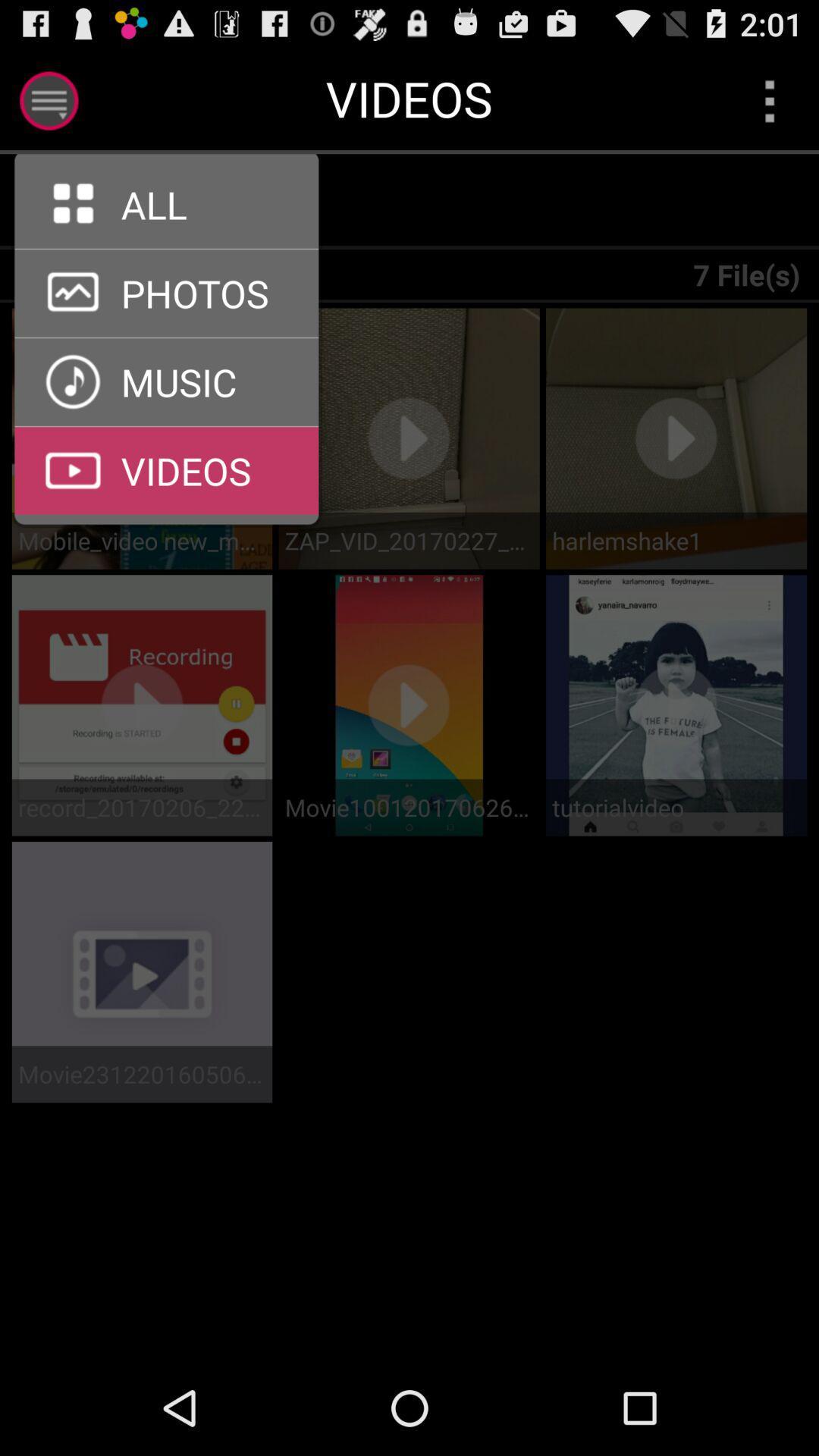  Describe the element at coordinates (166, 249) in the screenshot. I see `the icon above all devices icon` at that location.